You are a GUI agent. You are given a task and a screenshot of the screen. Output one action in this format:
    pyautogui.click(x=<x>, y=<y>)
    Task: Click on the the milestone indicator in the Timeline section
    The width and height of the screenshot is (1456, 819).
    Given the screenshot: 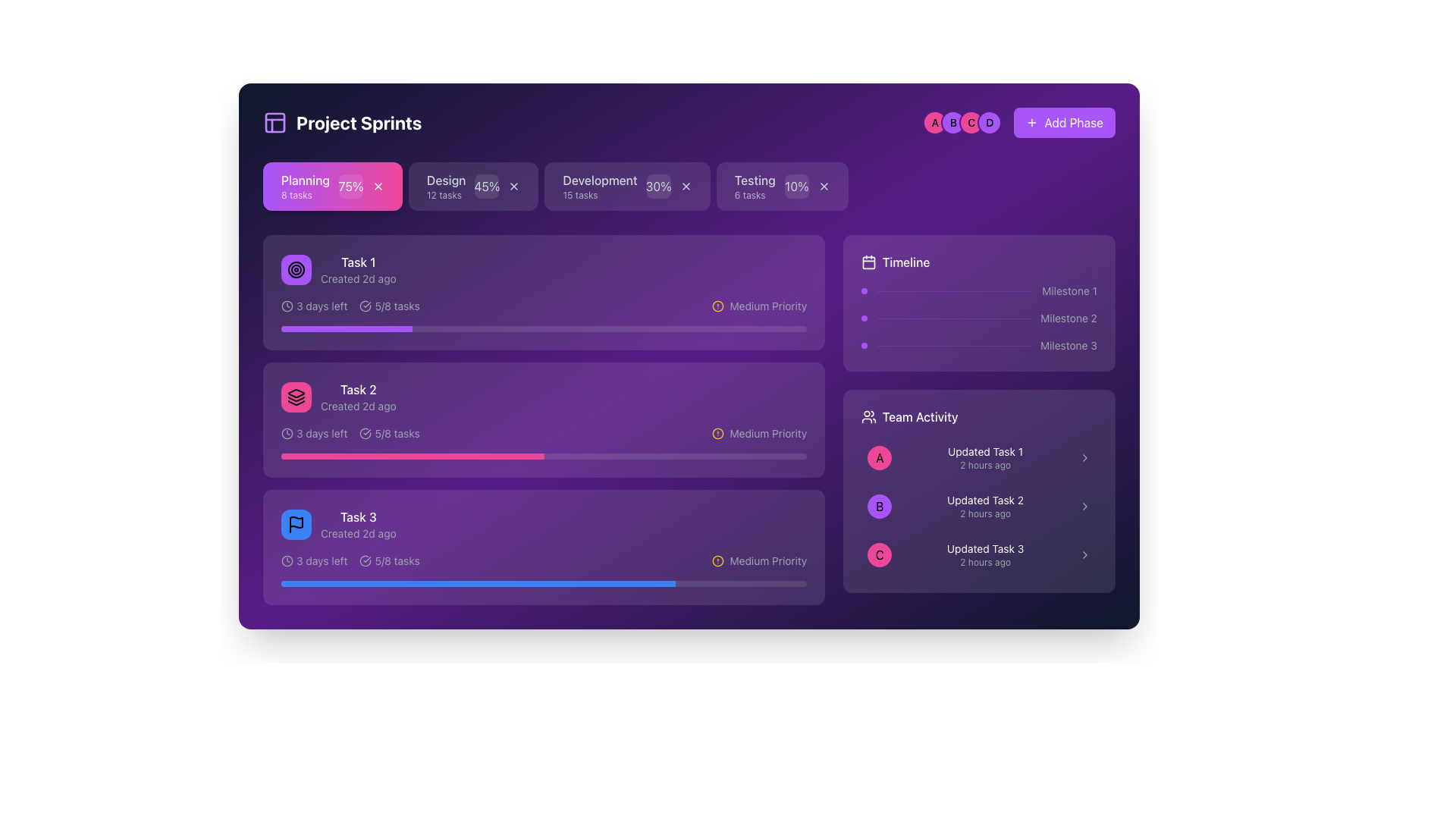 What is the action you would take?
    pyautogui.click(x=979, y=318)
    